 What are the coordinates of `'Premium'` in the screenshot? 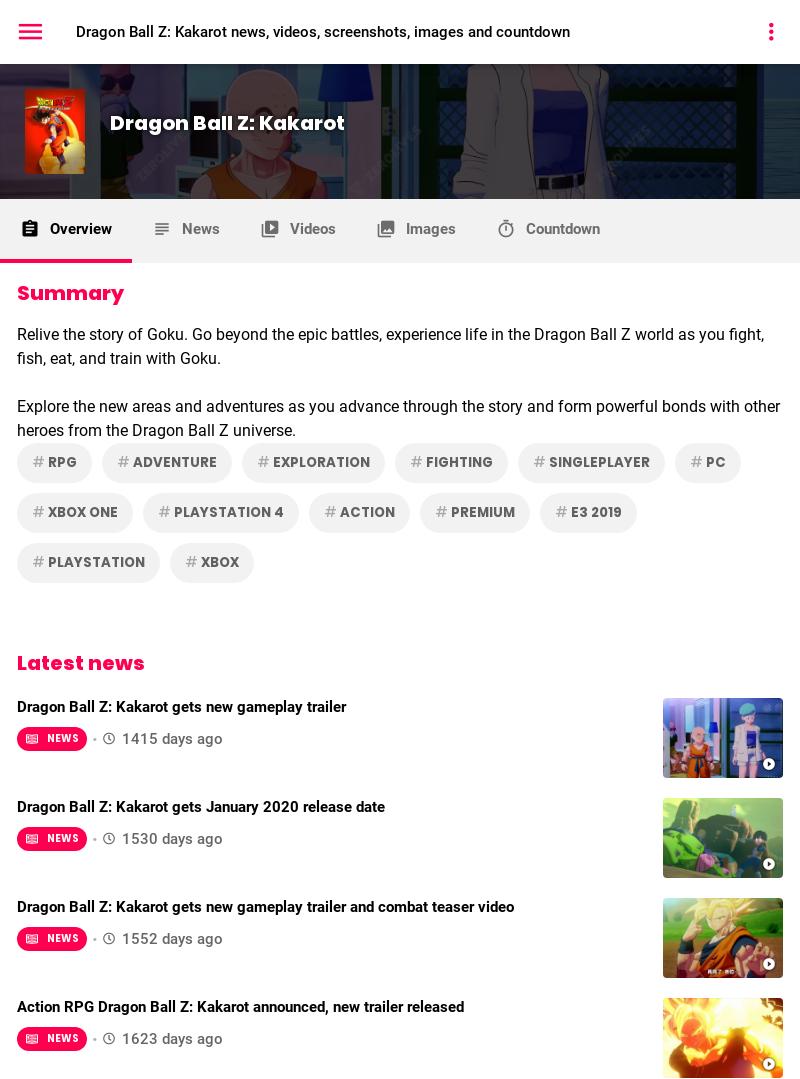 It's located at (481, 511).